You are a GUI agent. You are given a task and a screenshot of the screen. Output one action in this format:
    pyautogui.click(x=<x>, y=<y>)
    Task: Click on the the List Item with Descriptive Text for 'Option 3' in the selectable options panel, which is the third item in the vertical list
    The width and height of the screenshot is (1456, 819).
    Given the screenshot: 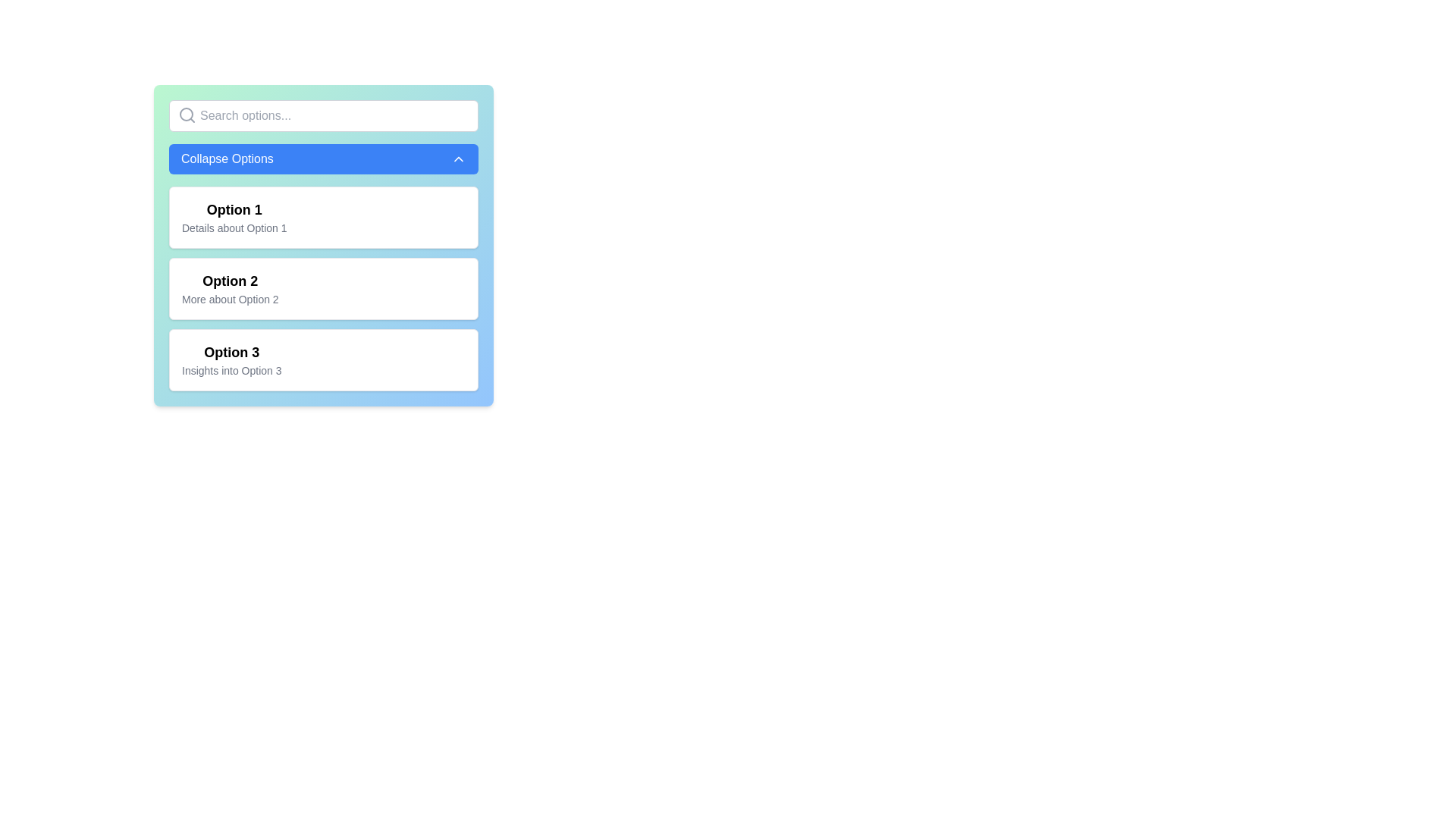 What is the action you would take?
    pyautogui.click(x=231, y=359)
    